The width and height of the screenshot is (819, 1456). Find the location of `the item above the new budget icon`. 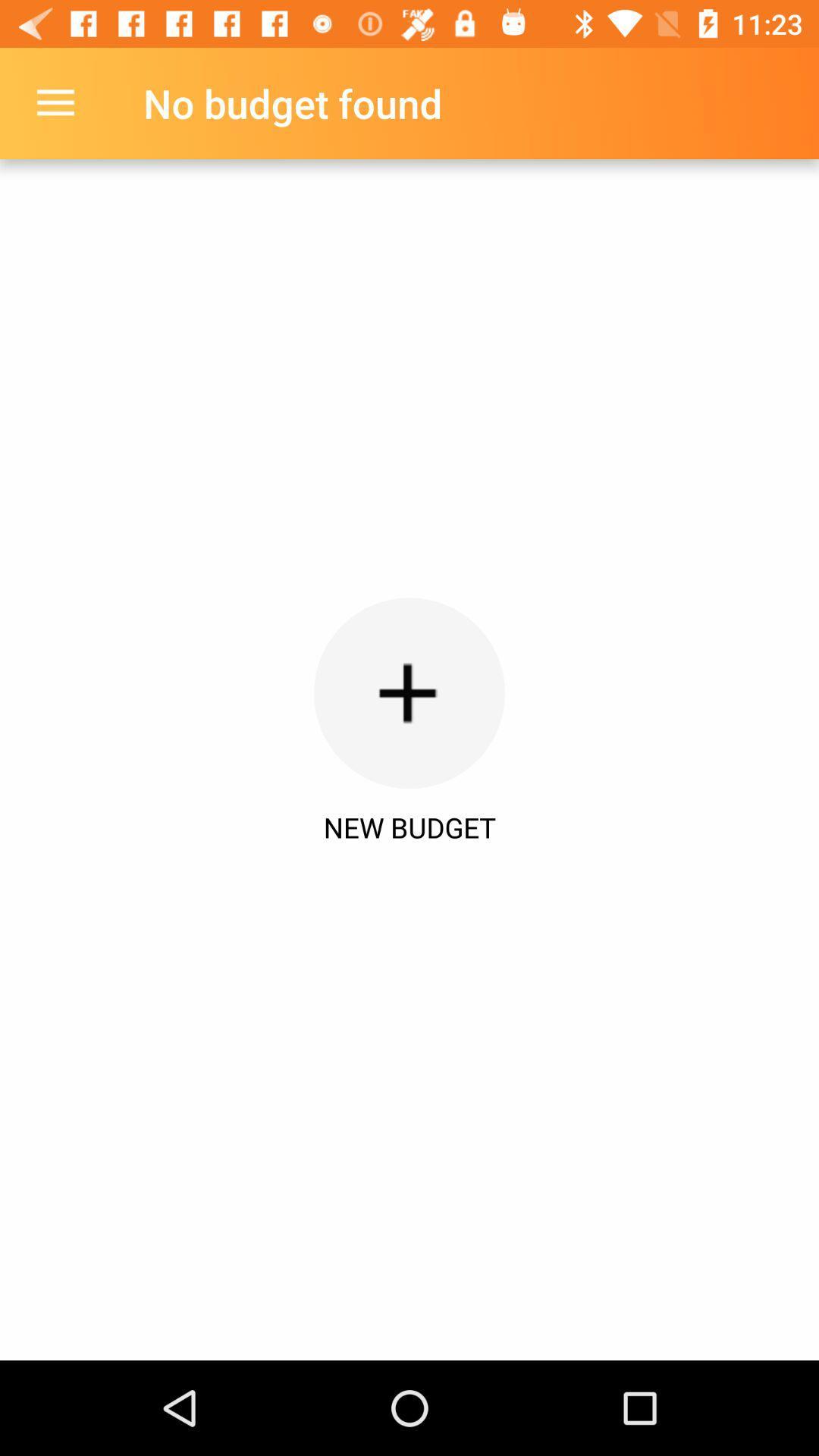

the item above the new budget icon is located at coordinates (409, 692).